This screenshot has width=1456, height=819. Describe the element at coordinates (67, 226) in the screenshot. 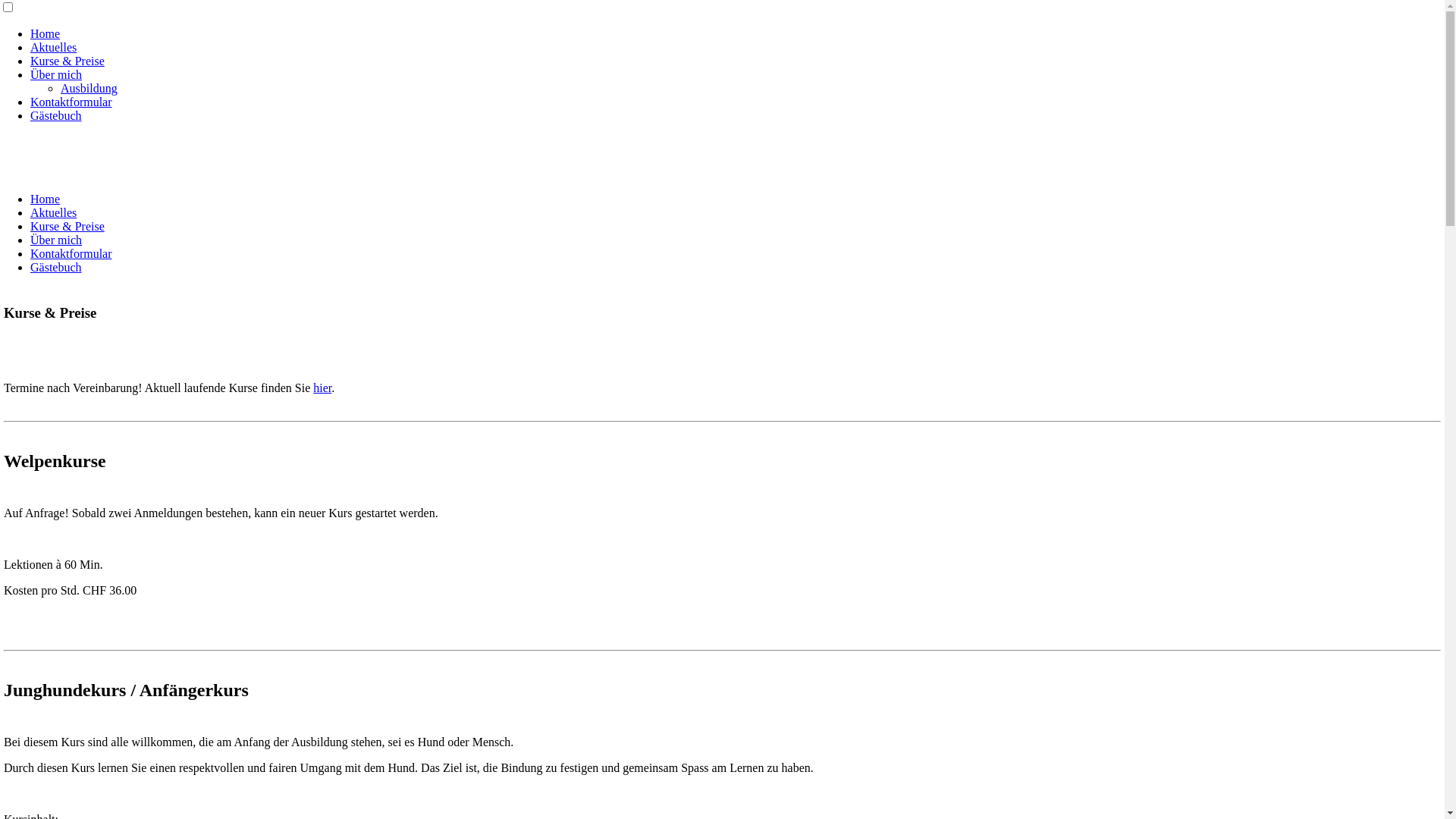

I see `'Kurse & Preise'` at that location.